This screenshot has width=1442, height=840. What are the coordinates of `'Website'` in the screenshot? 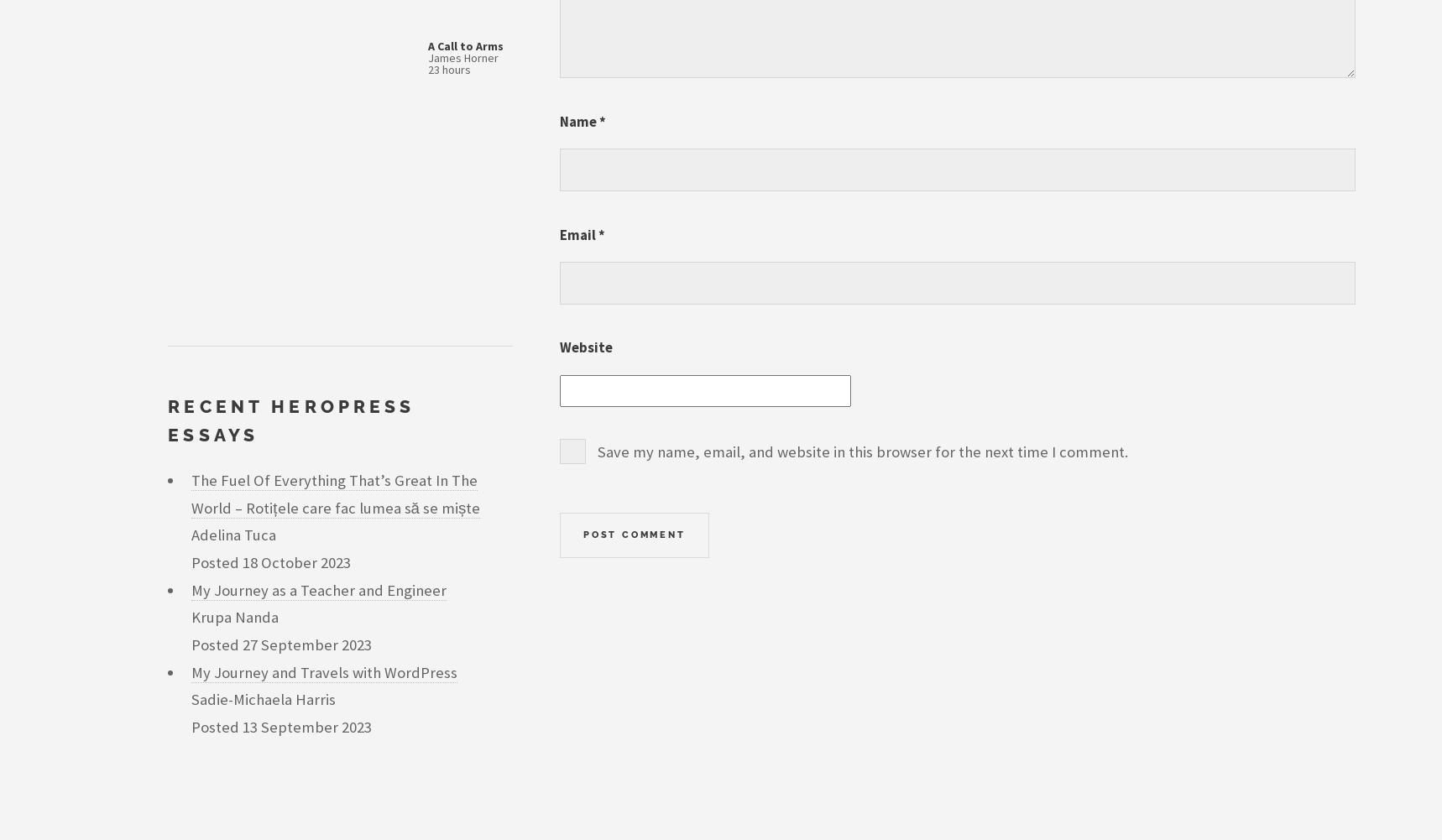 It's located at (585, 347).